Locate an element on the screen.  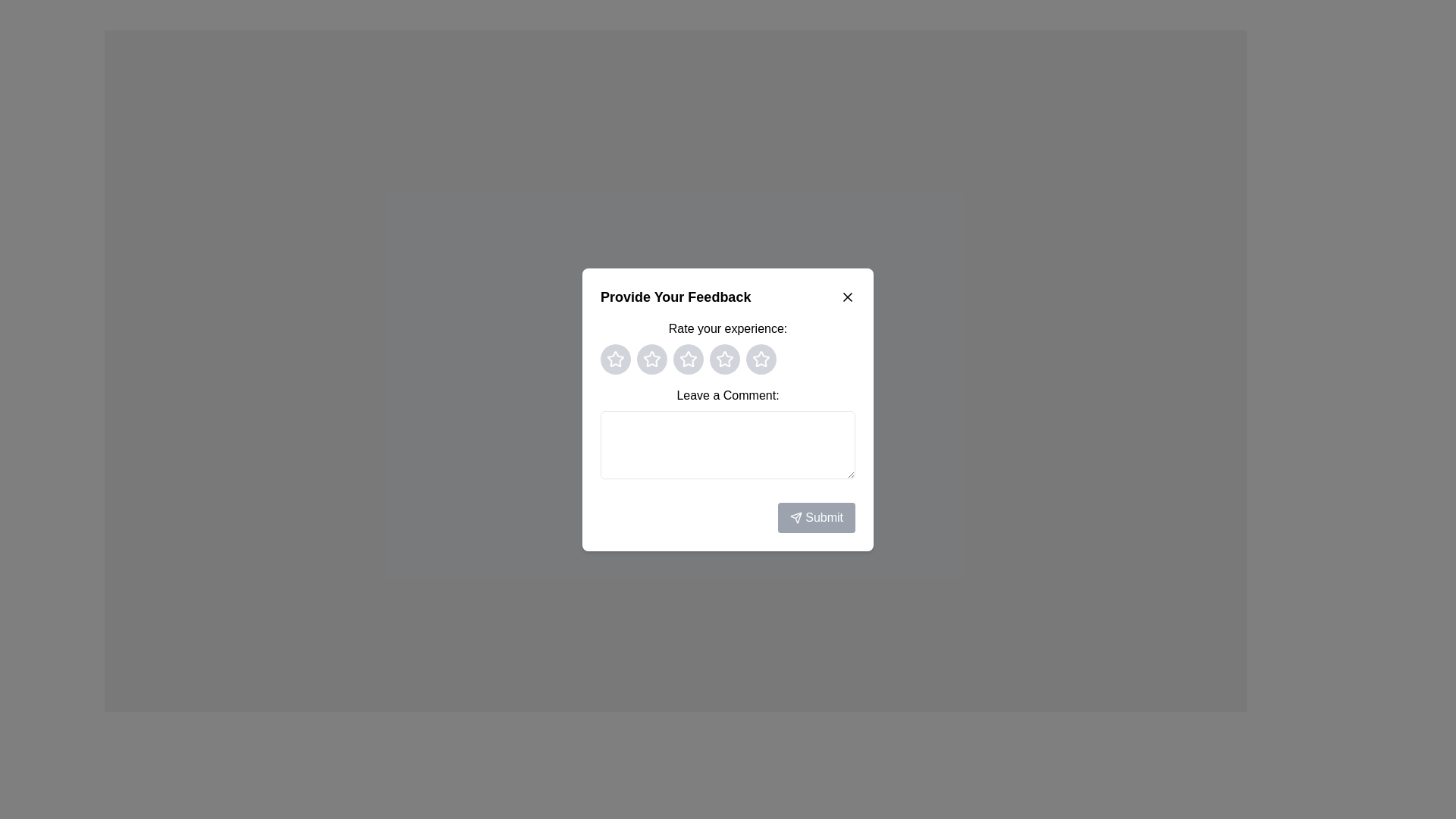
the third star-shaped icon in the rating system is located at coordinates (687, 359).